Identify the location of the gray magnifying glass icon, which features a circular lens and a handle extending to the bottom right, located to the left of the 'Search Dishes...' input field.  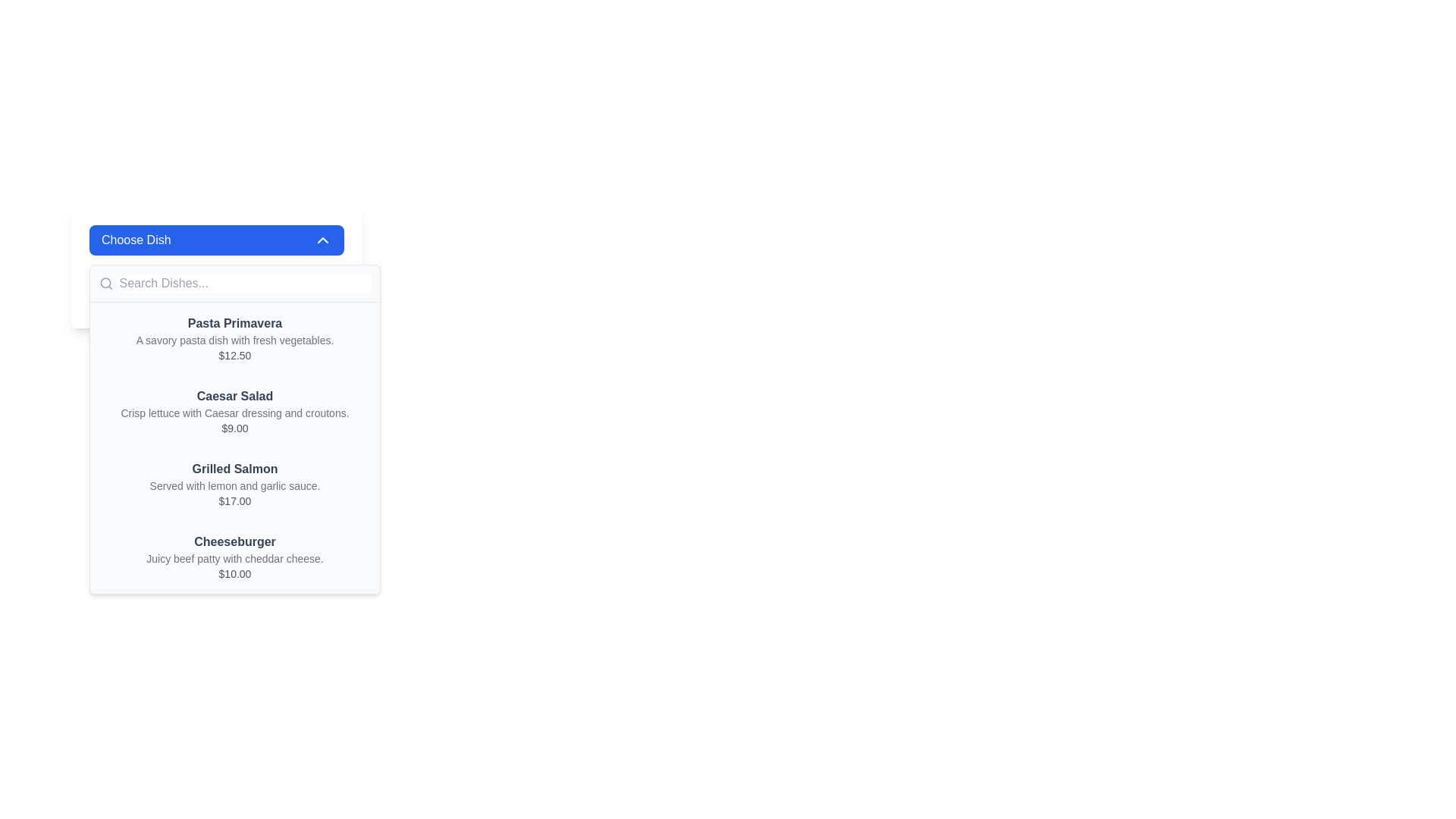
(105, 284).